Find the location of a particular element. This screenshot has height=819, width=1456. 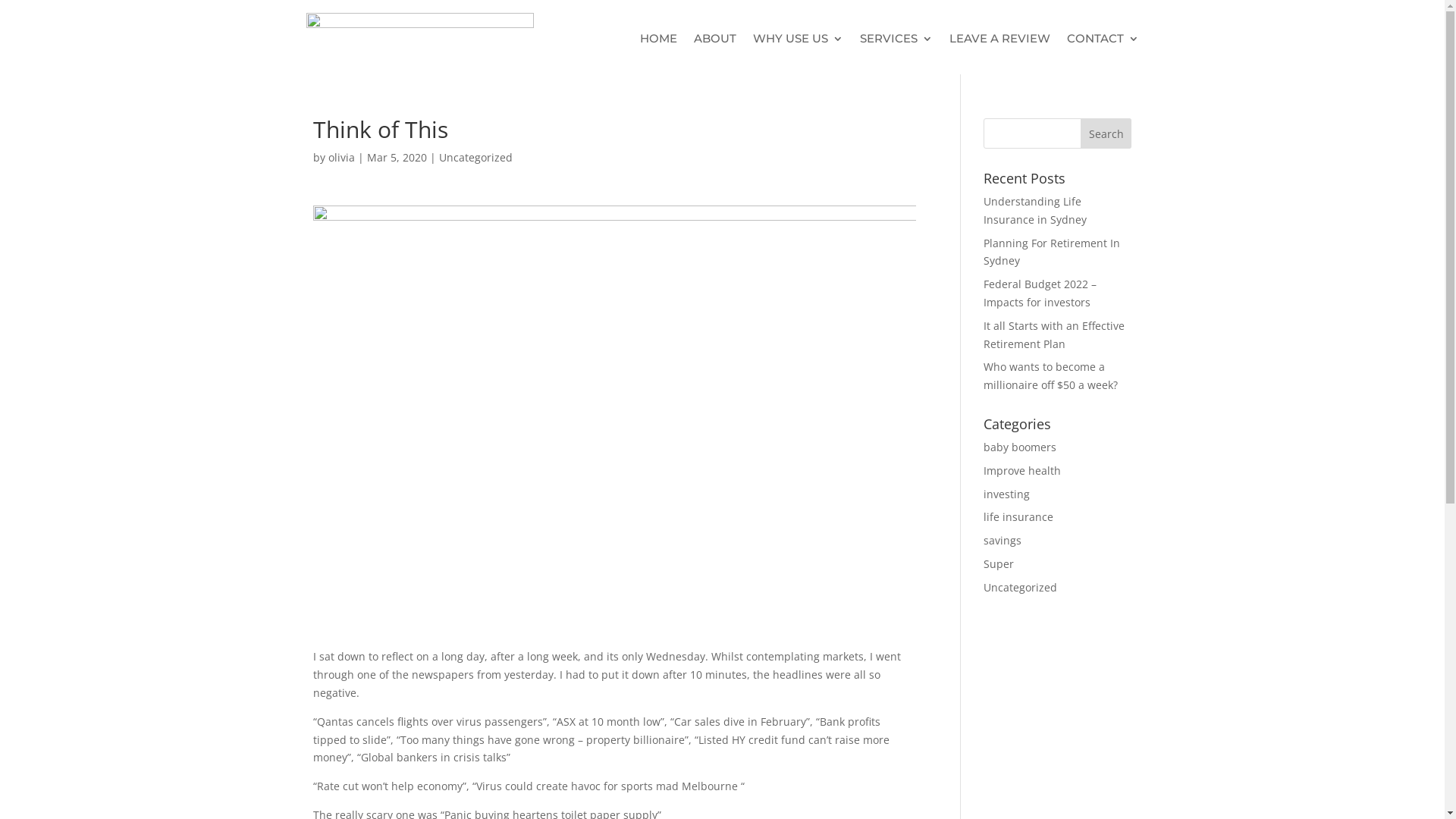

'life insurance' is located at coordinates (1018, 516).